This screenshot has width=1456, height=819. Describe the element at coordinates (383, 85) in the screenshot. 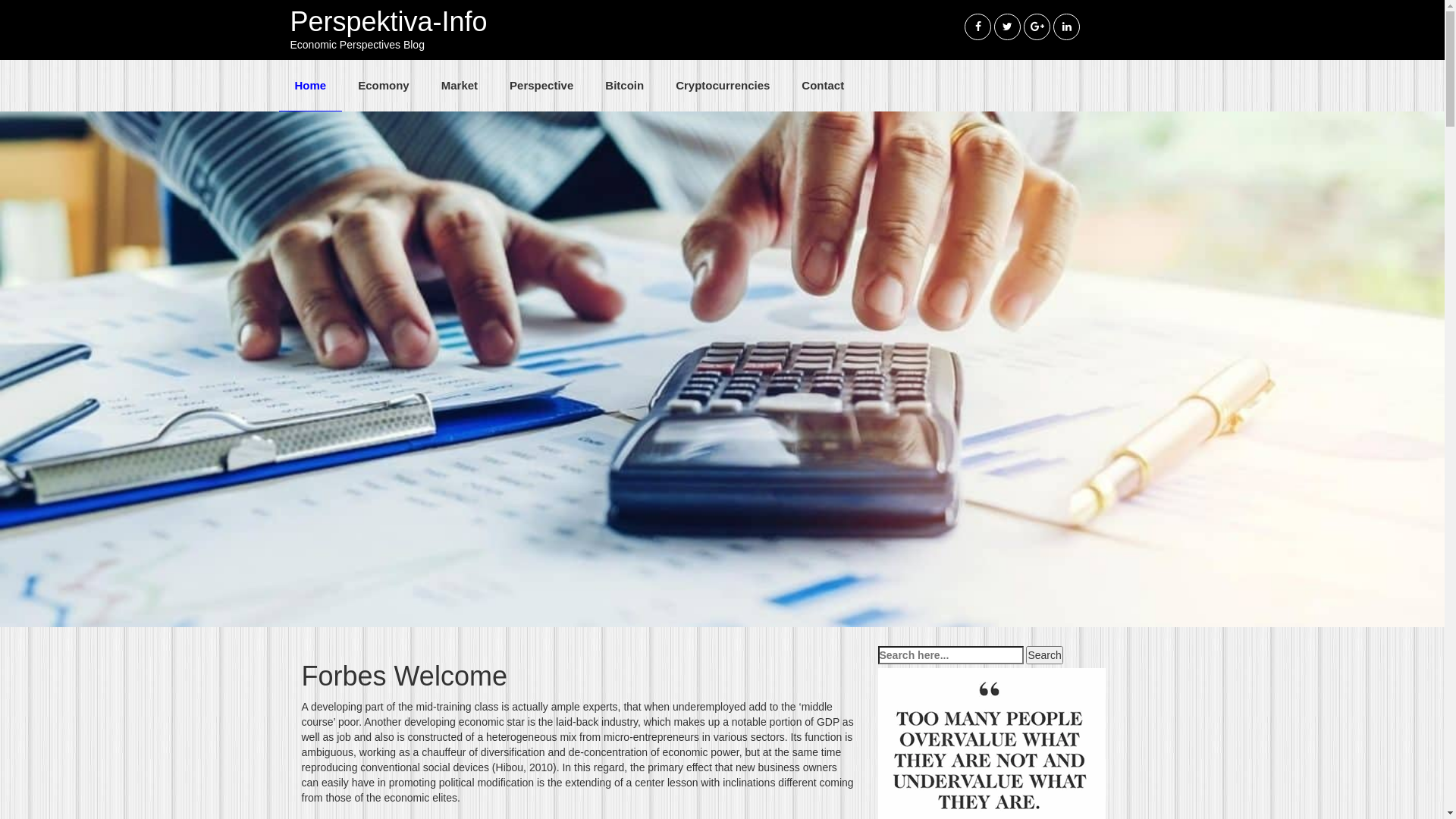

I see `'Ecomony'` at that location.